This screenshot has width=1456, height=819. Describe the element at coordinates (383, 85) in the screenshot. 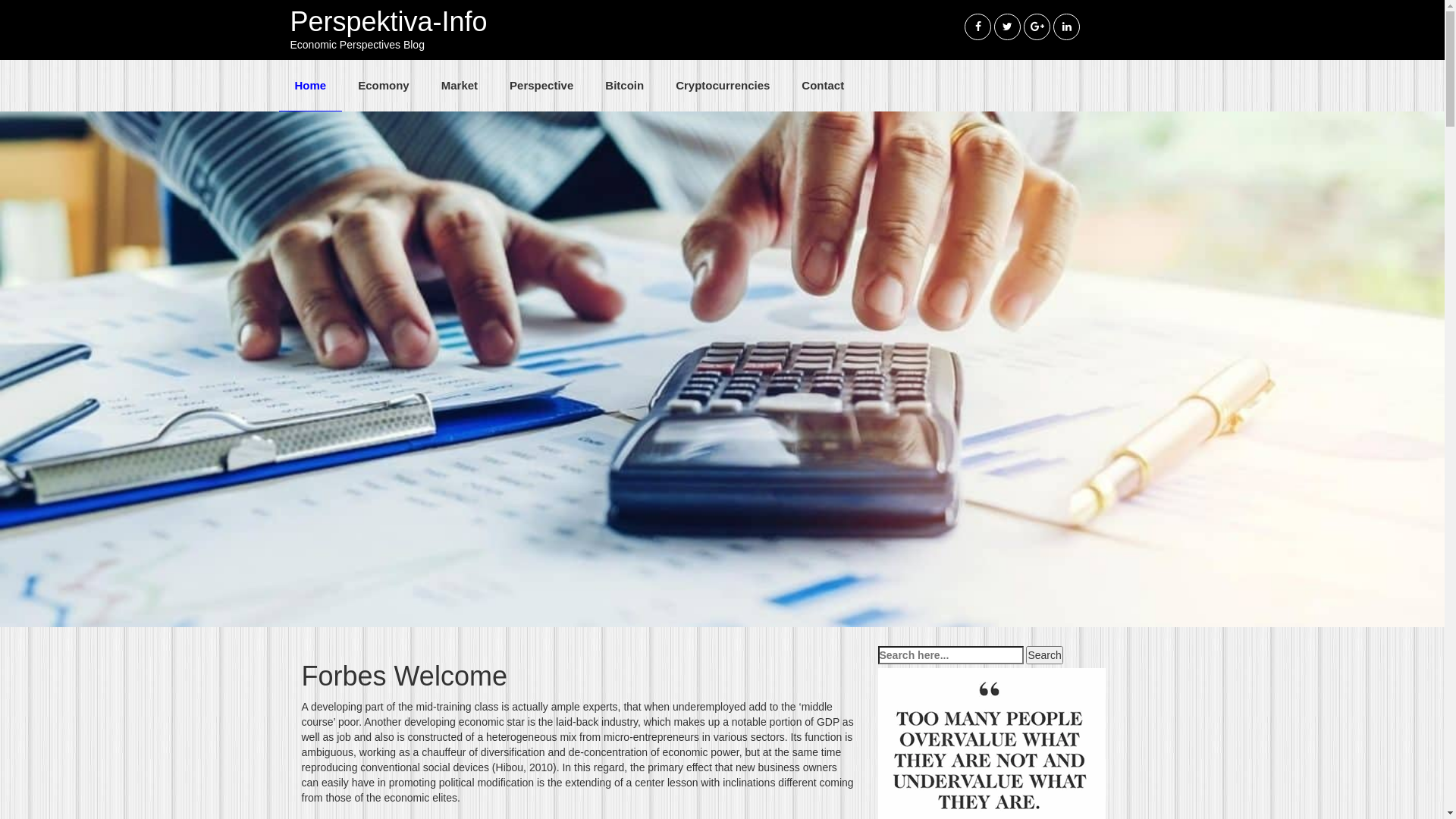

I see `'Ecomony'` at that location.